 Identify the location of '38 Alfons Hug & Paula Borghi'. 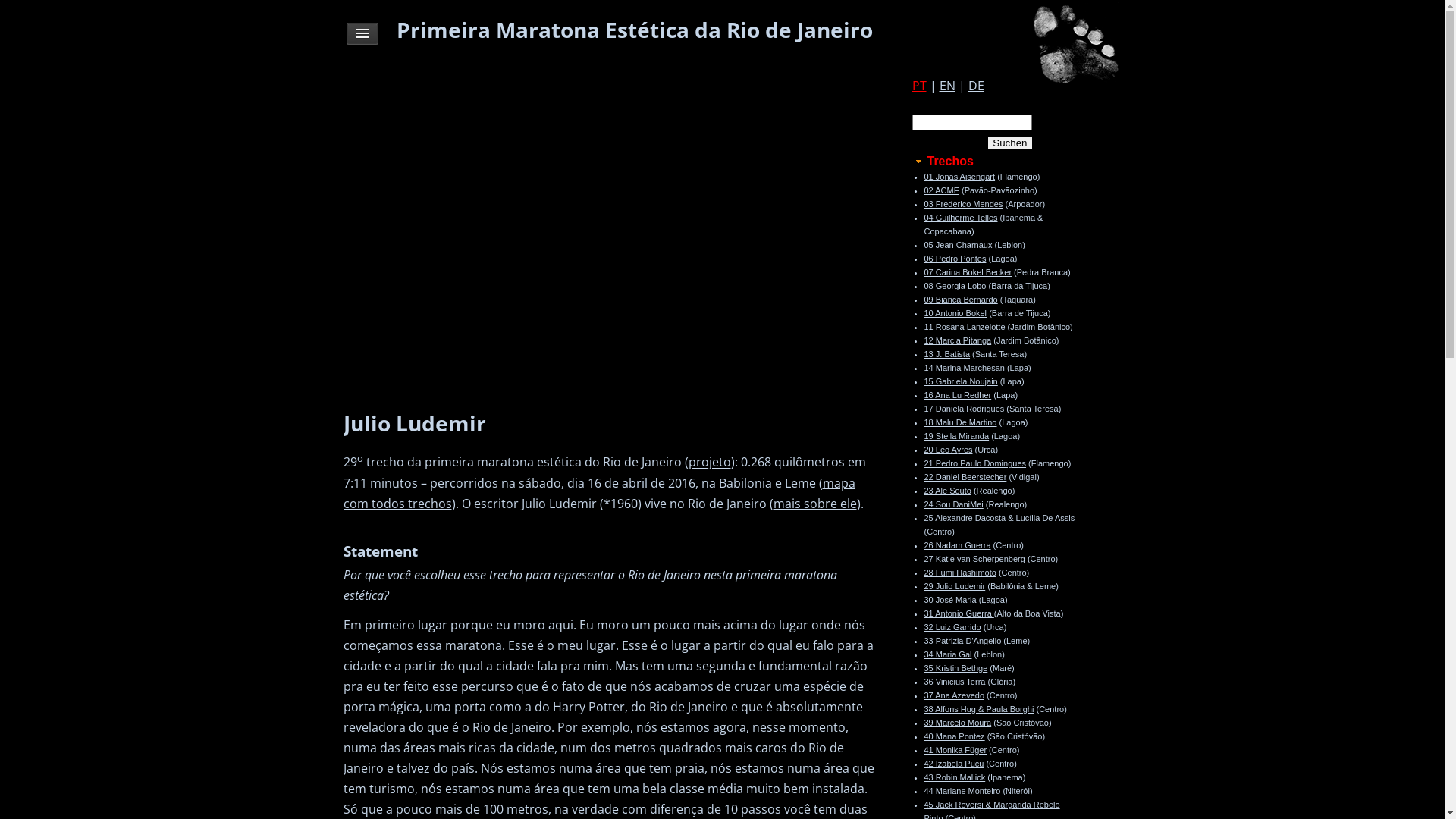
(923, 708).